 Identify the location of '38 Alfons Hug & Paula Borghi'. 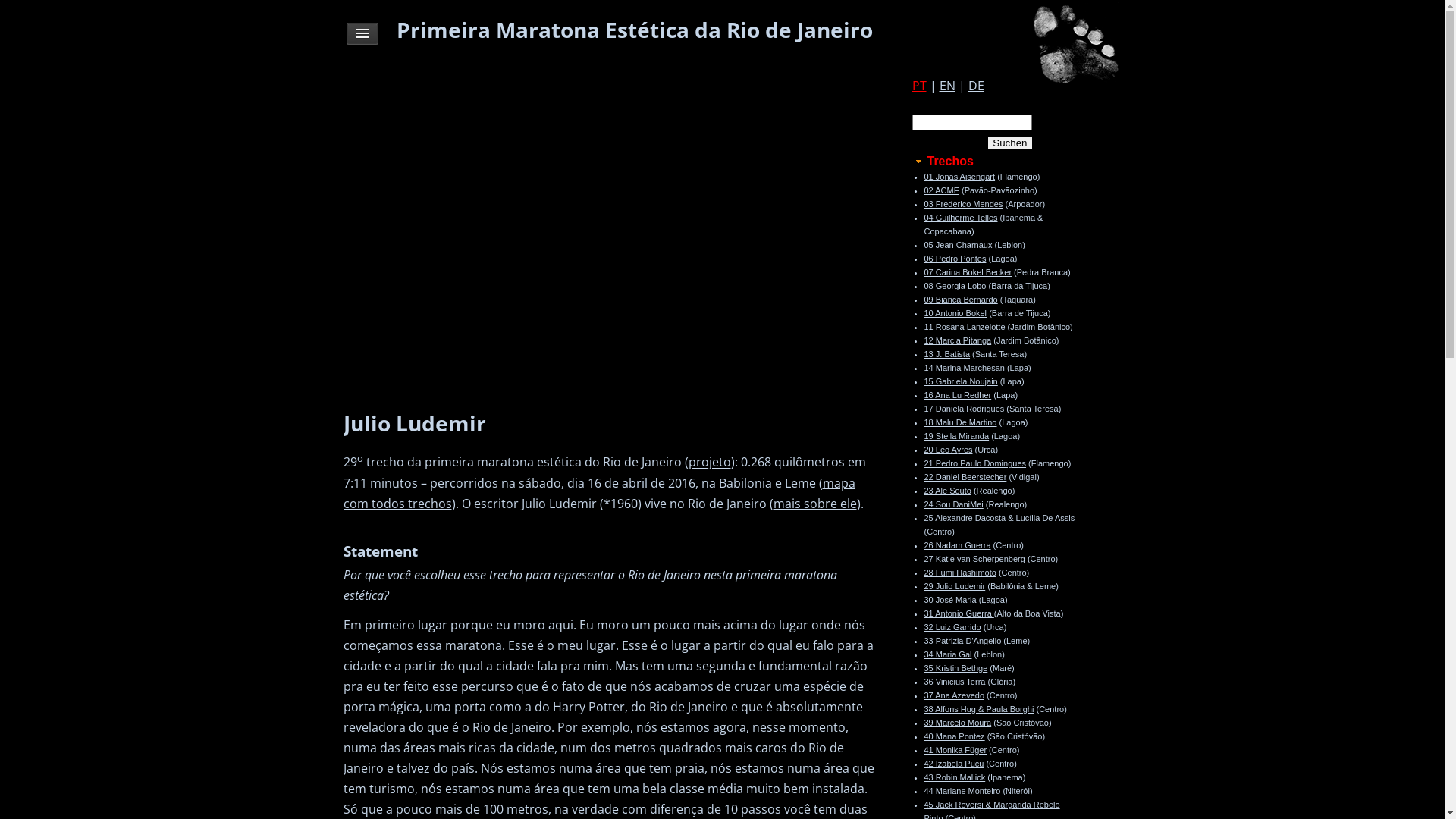
(923, 708).